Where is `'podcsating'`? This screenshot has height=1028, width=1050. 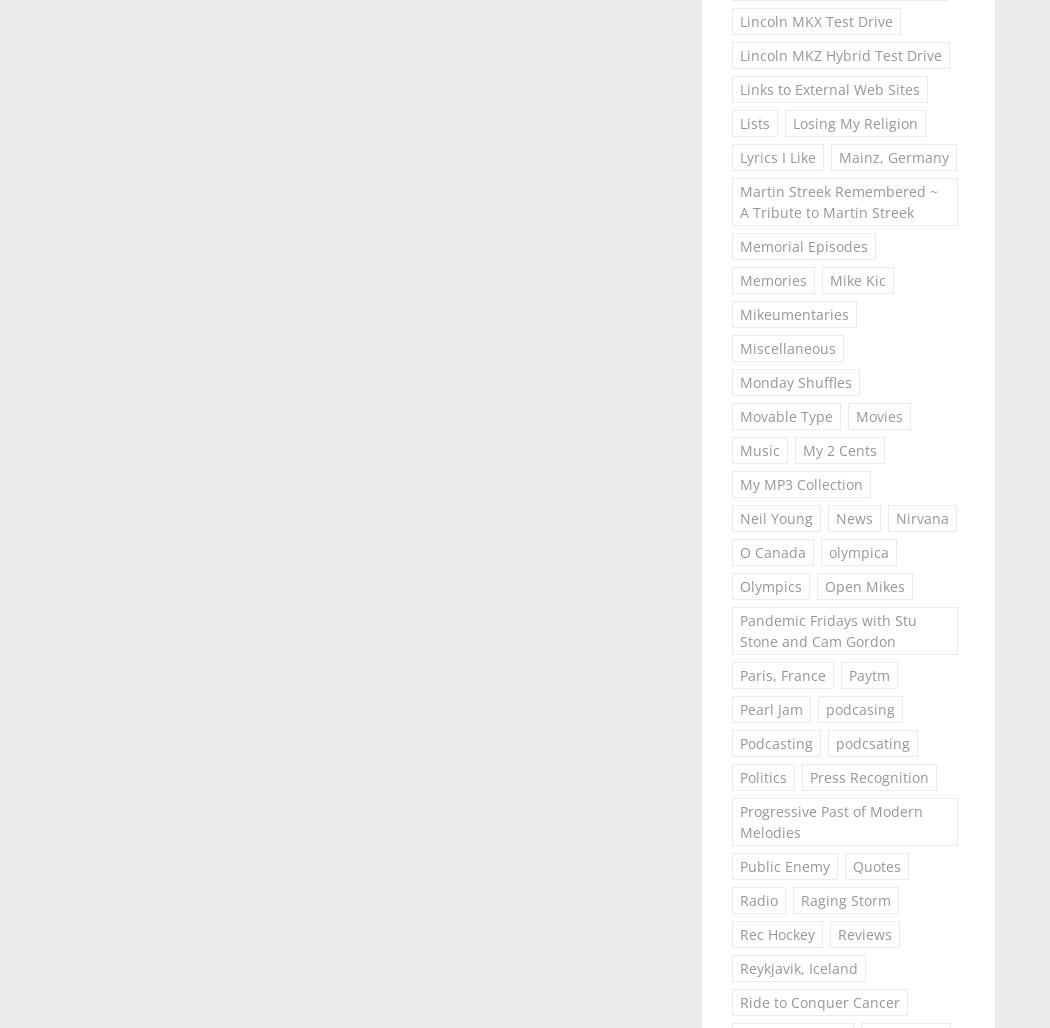
'podcsating' is located at coordinates (834, 742).